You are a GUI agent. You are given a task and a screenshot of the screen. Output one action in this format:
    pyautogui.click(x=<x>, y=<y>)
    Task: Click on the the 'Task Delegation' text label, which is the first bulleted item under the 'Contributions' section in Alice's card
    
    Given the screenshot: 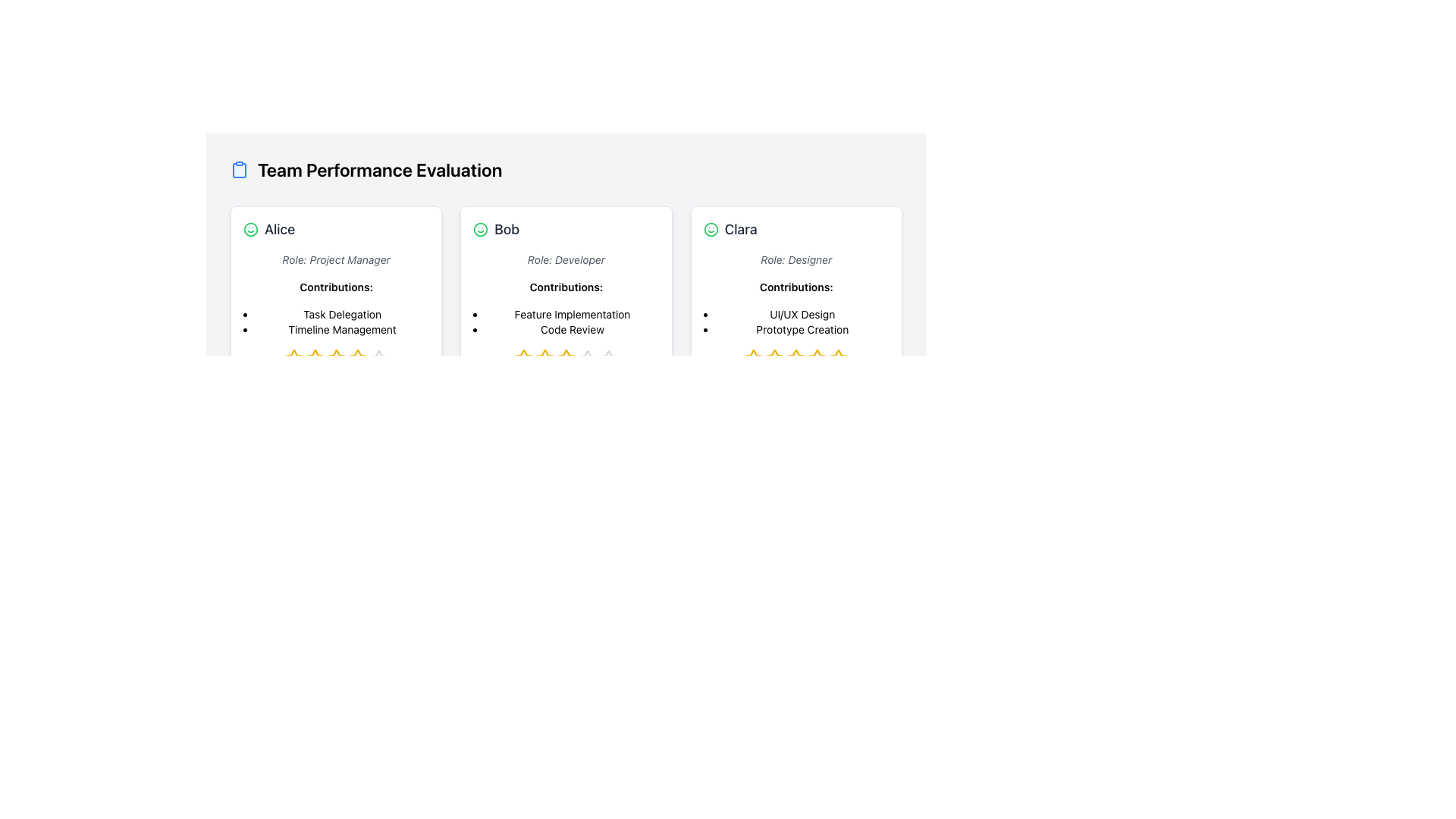 What is the action you would take?
    pyautogui.click(x=341, y=314)
    